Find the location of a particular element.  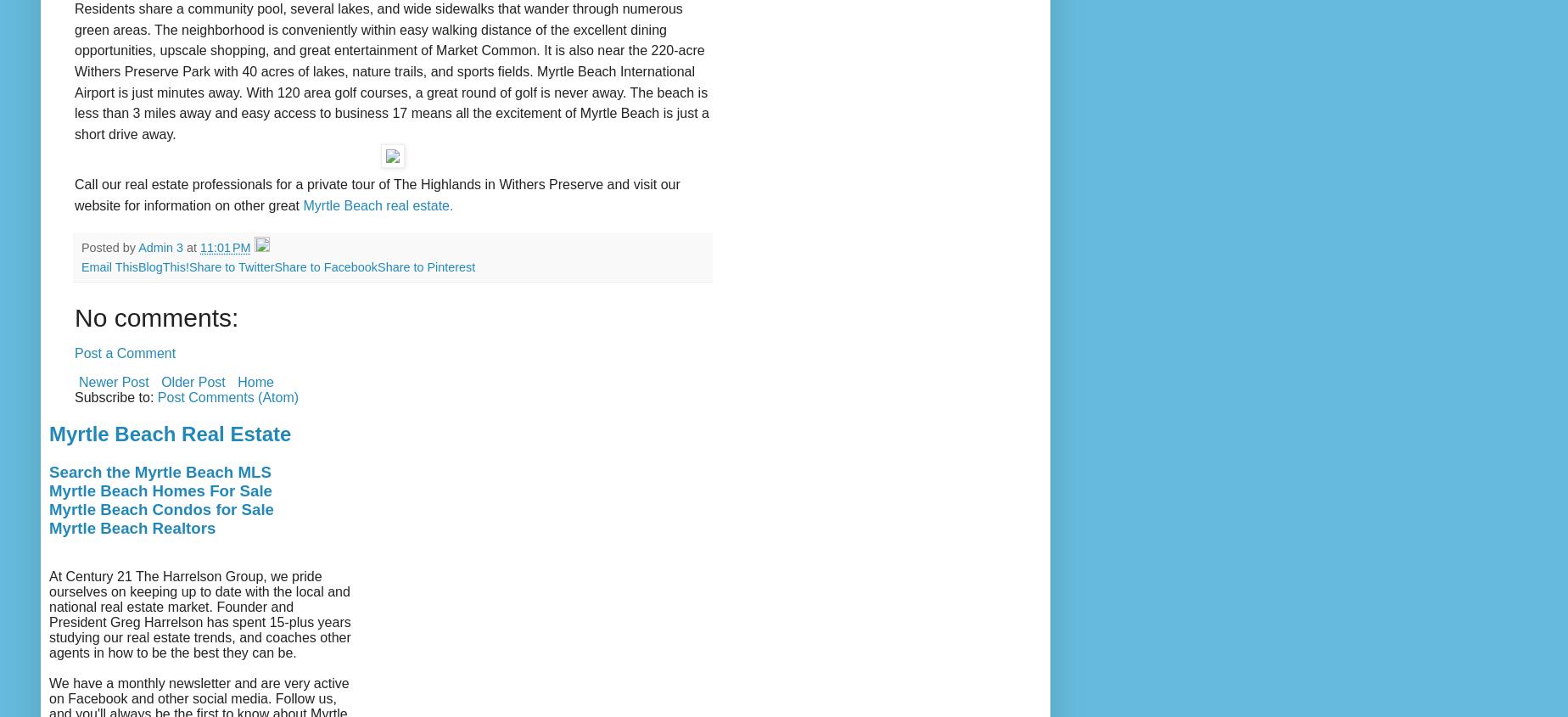

'Myrtle Beach Condos for Sale' is located at coordinates (161, 509).